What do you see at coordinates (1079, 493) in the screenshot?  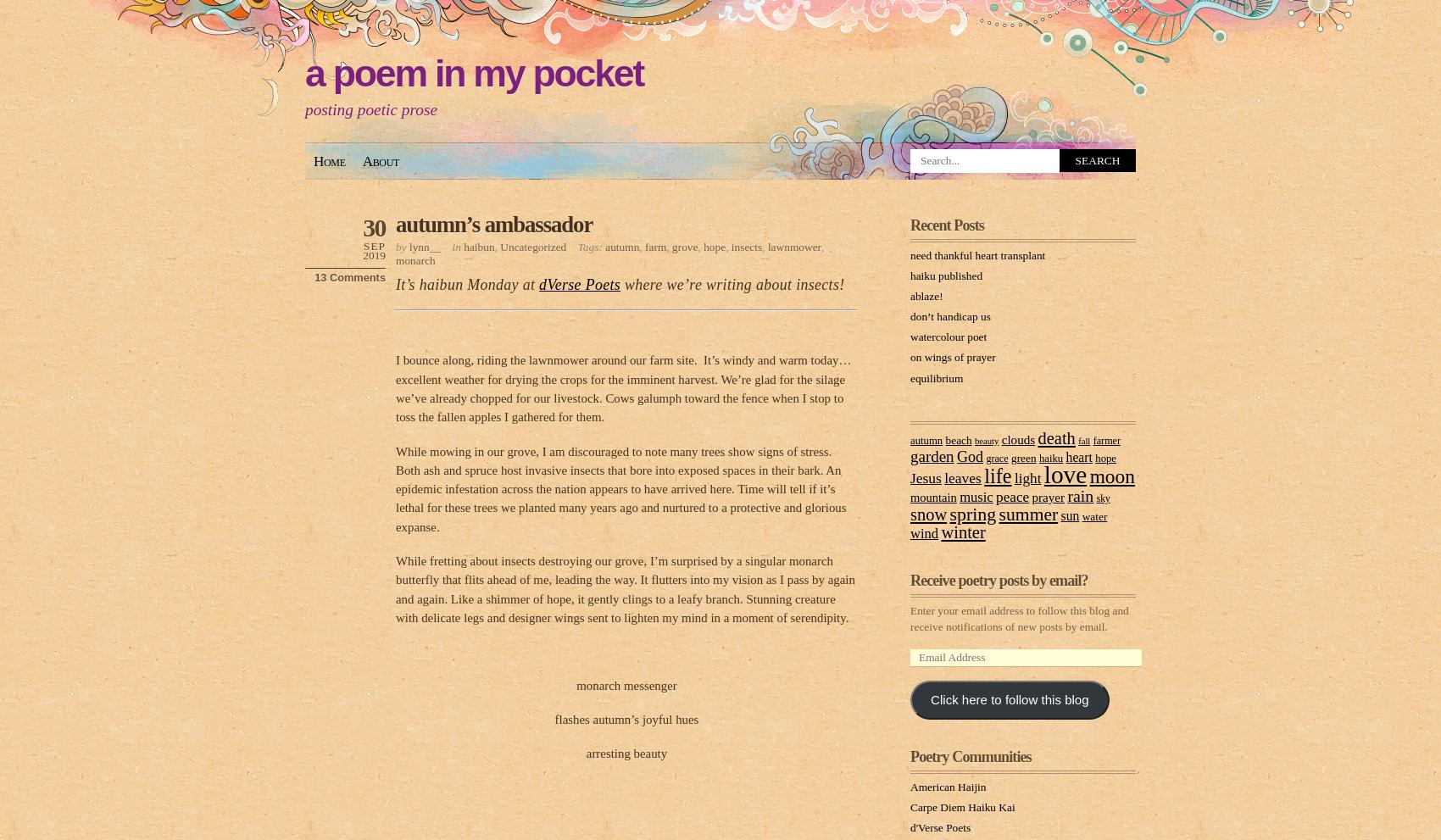 I see `'rain'` at bounding box center [1079, 493].